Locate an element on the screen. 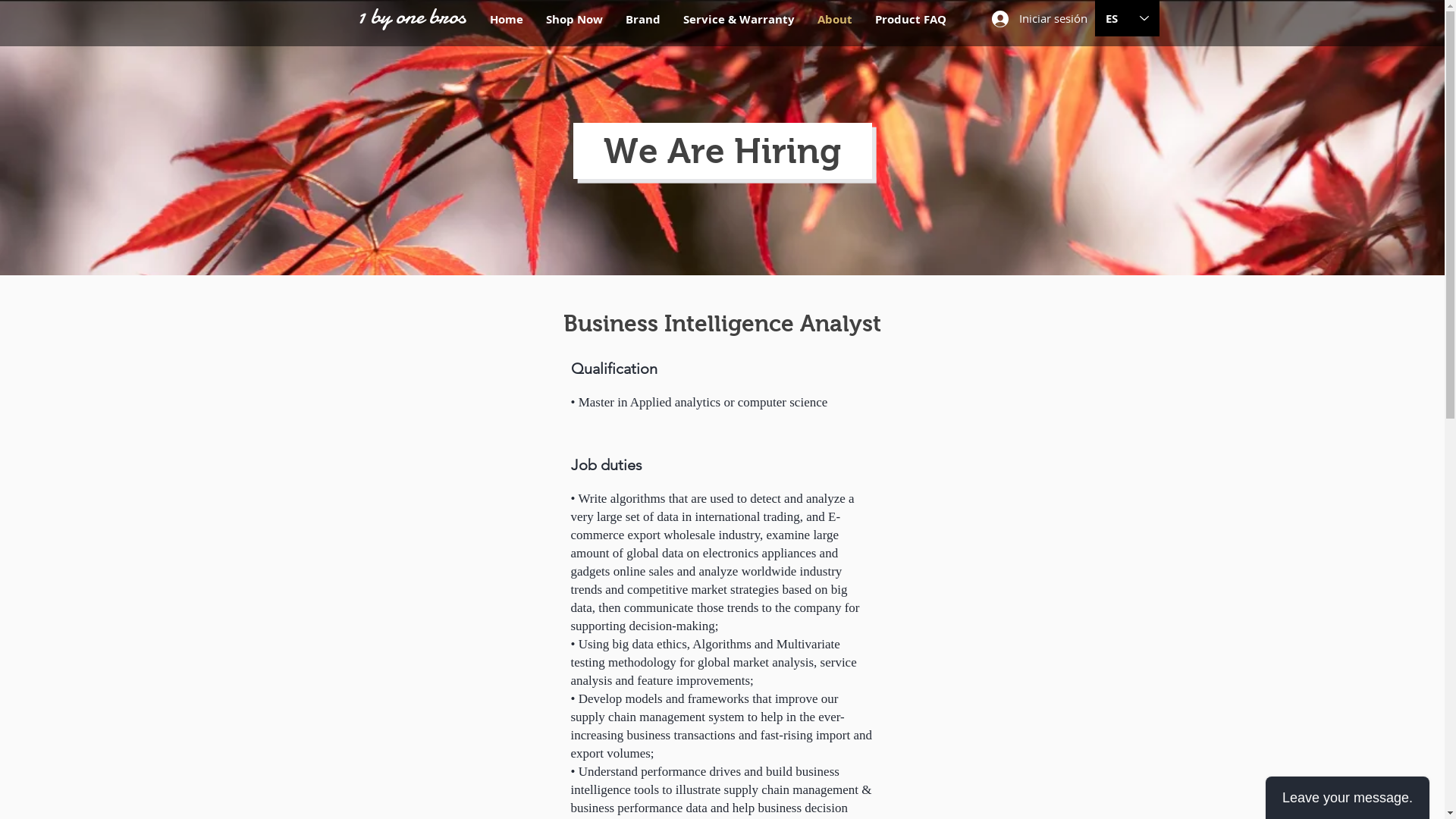 The width and height of the screenshot is (1456, 819). 'Shop Now' is located at coordinates (534, 20).